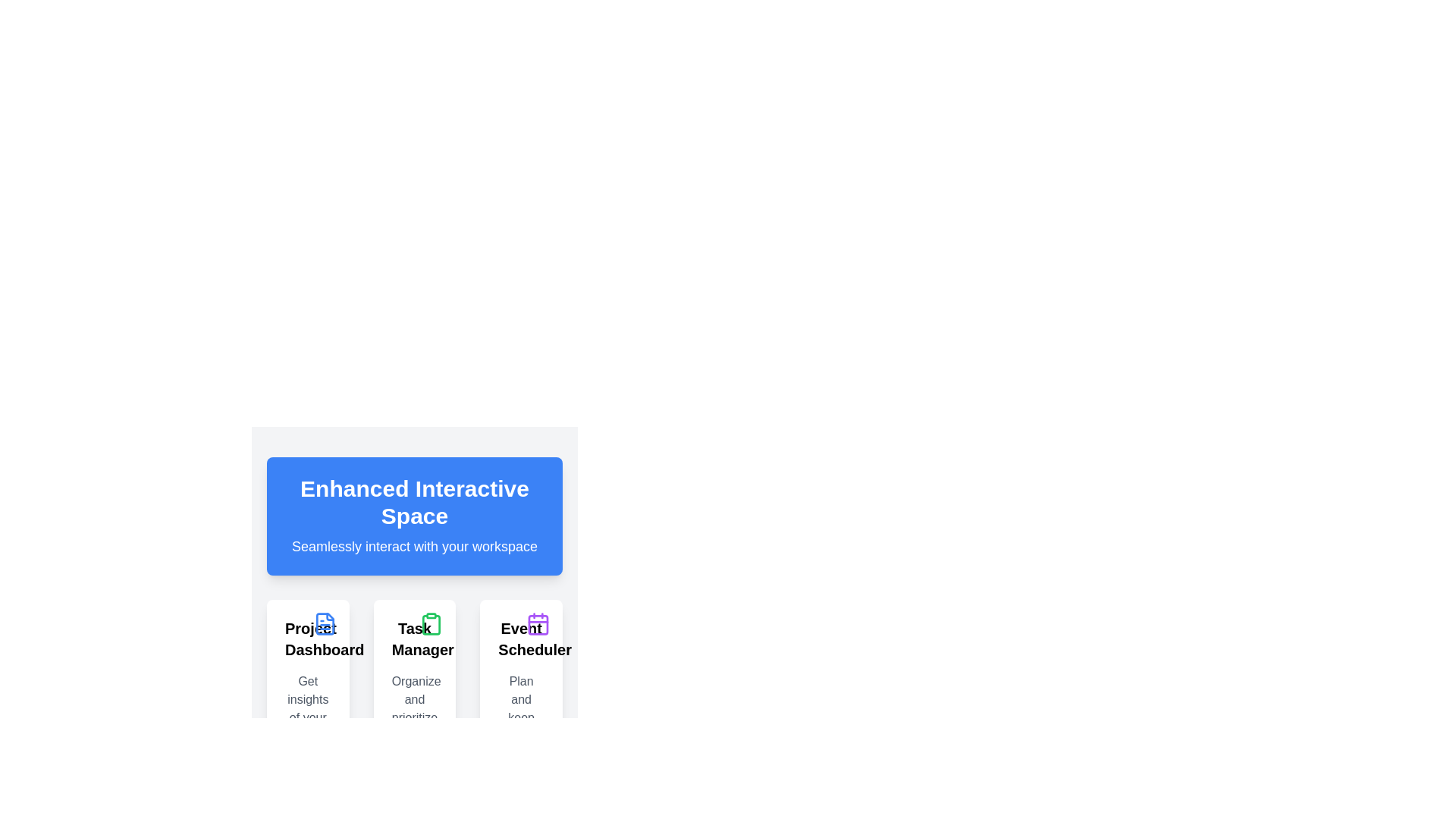 This screenshot has width=1456, height=819. What do you see at coordinates (415, 547) in the screenshot?
I see `the Text Label that provides descriptive information beneath the title 'Enhanced Interactive Space'` at bounding box center [415, 547].